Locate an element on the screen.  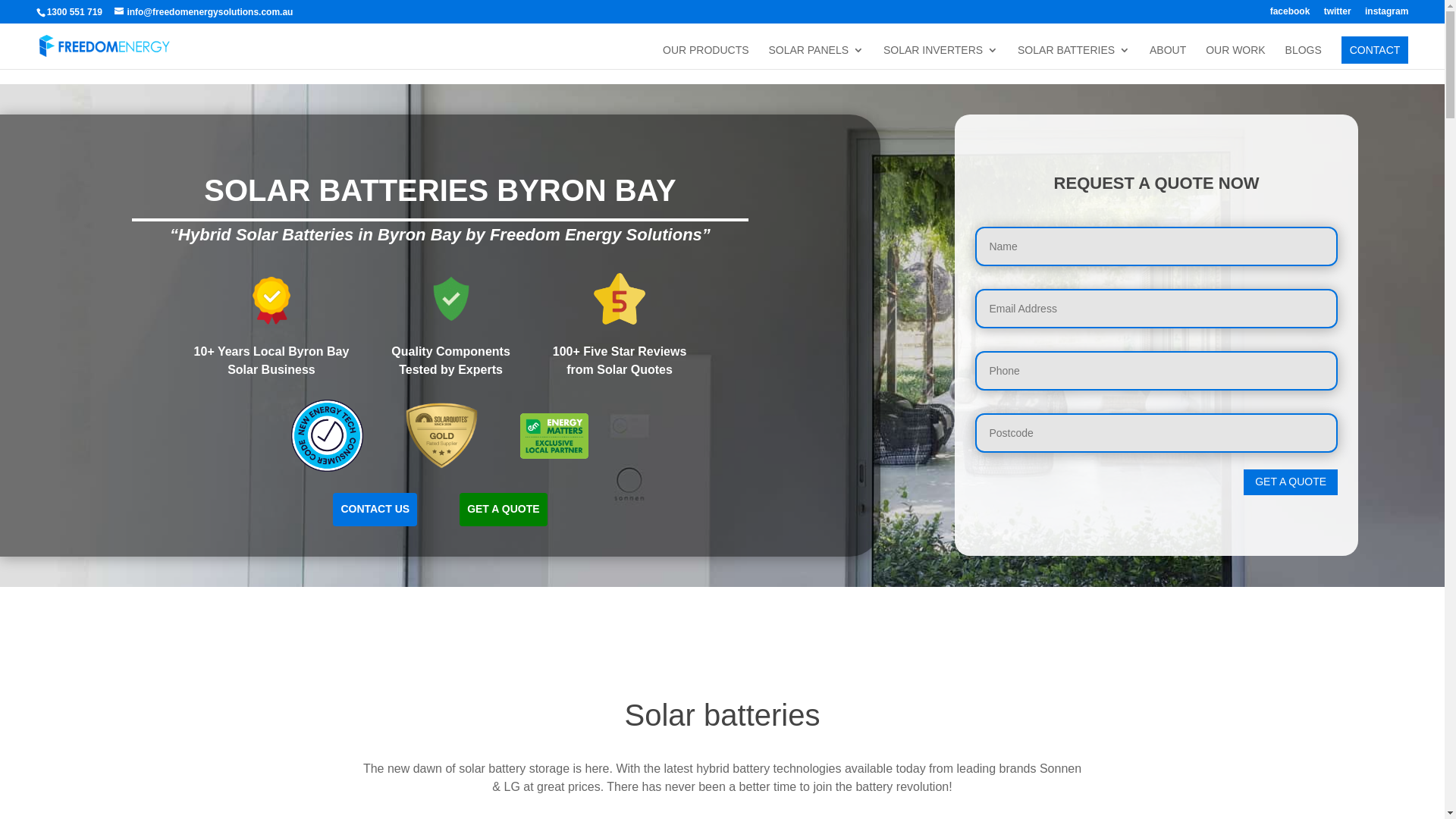
'CONTACT' is located at coordinates (1375, 49).